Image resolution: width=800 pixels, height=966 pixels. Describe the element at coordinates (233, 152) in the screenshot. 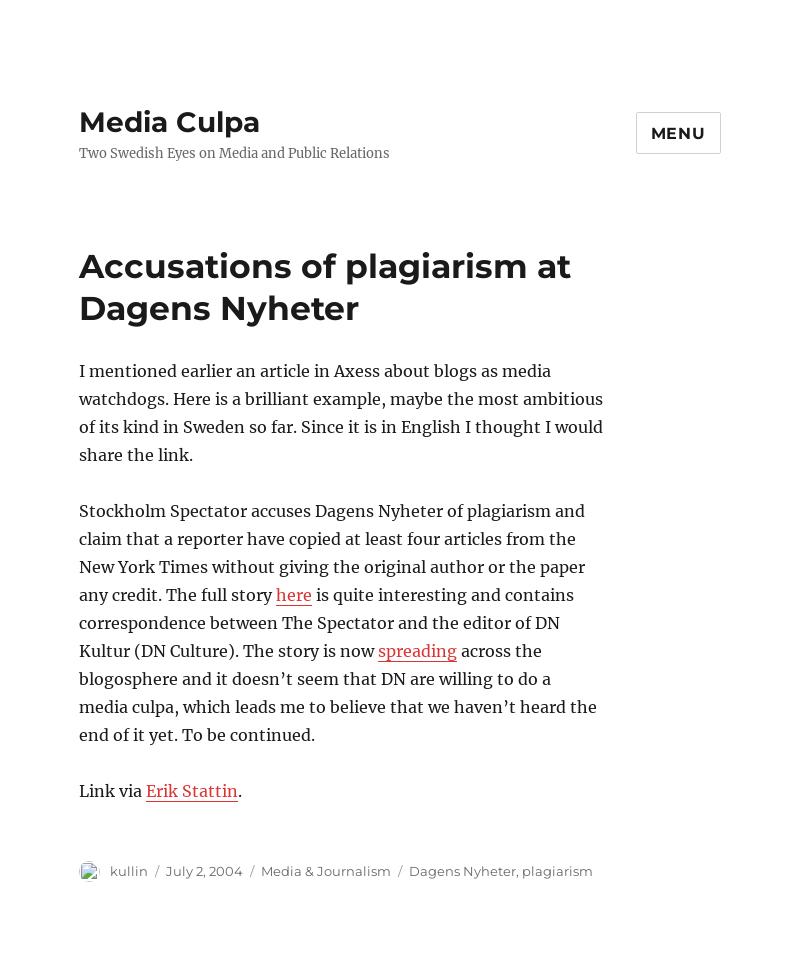

I see `'Two Swedish Eyes on Media and Public Relations'` at that location.